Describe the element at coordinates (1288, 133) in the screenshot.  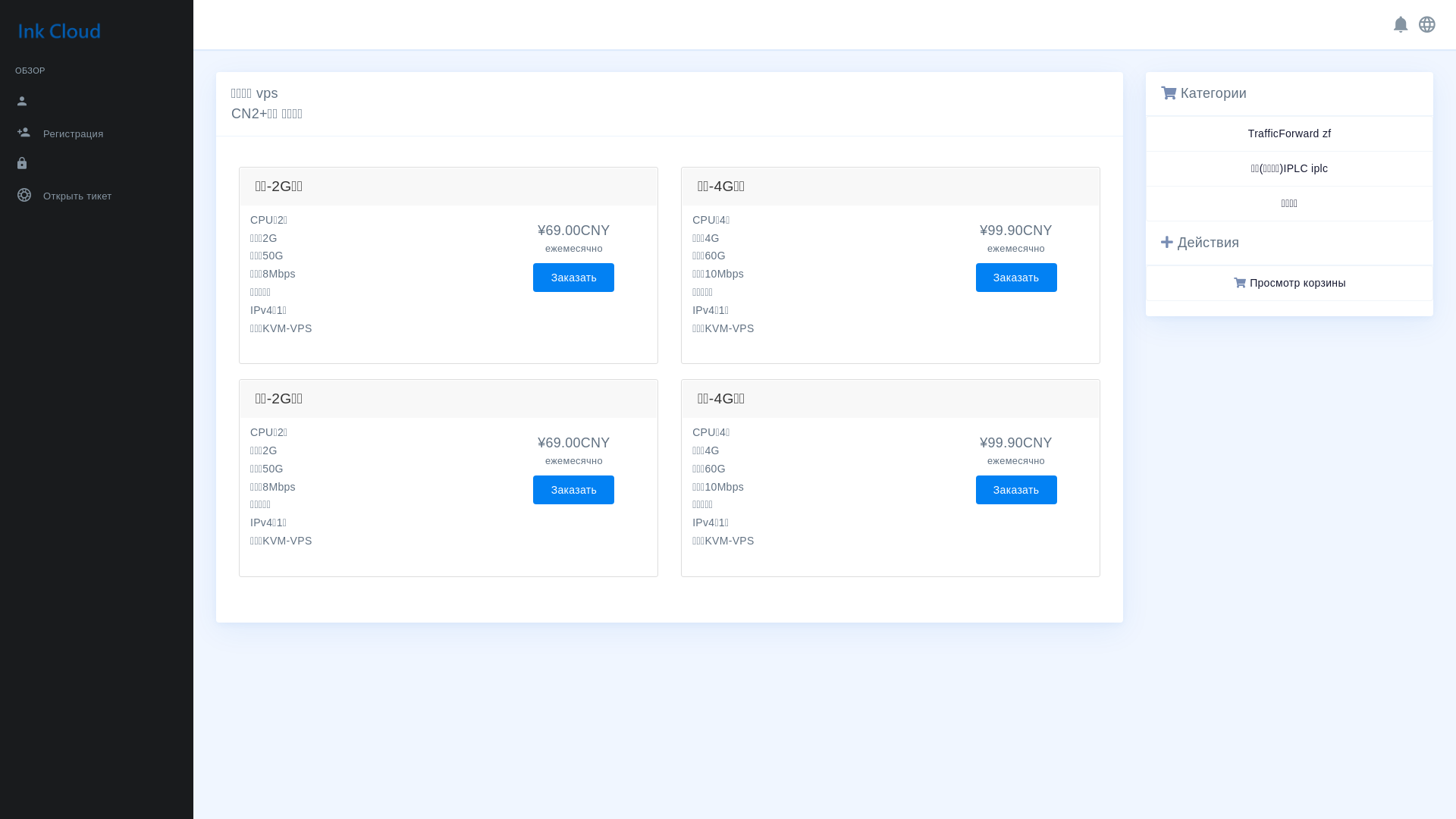
I see `'TrafficForward zf'` at that location.